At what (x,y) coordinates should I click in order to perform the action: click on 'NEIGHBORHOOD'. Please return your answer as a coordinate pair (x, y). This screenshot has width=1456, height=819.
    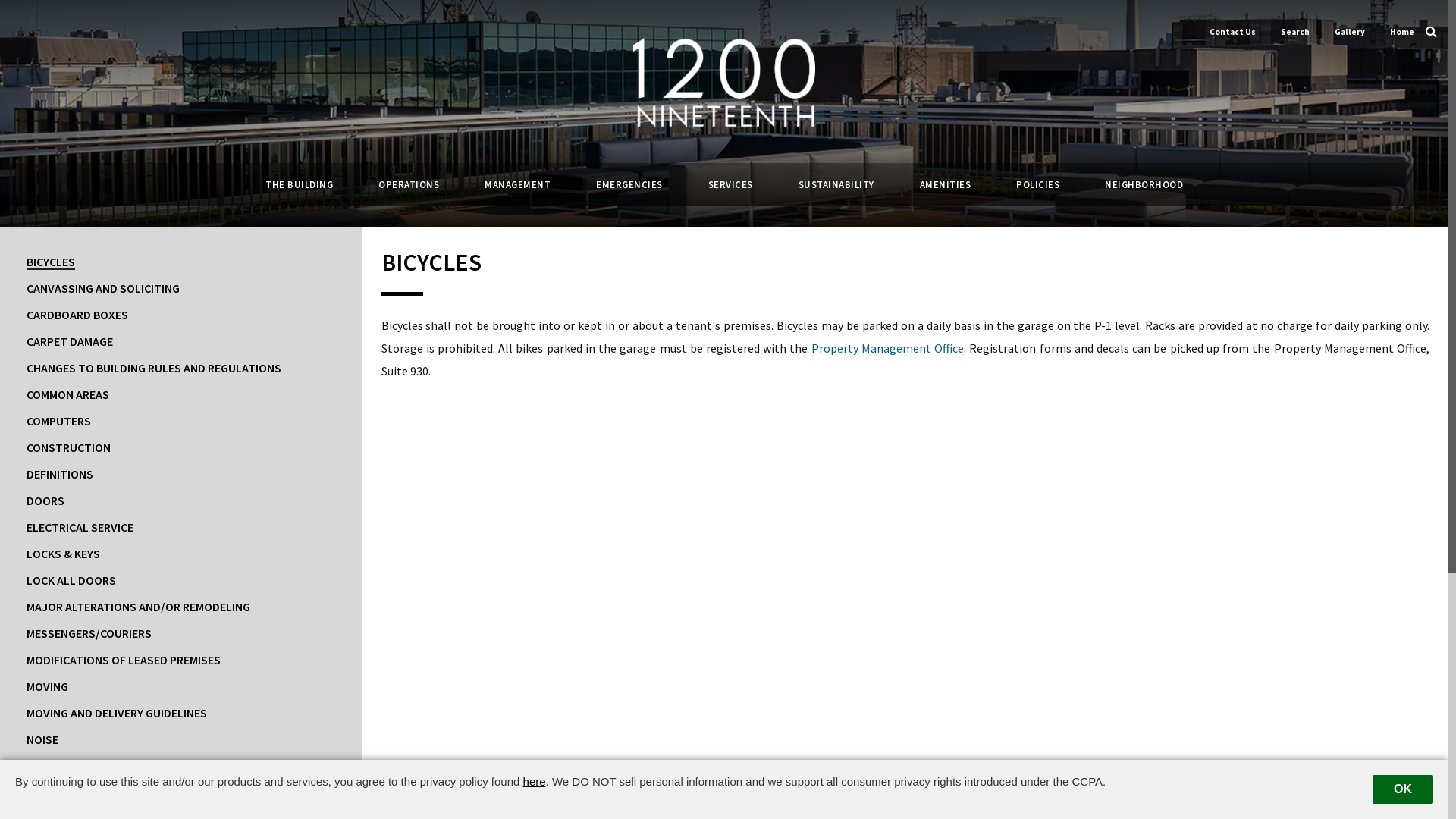
    Looking at the image, I should click on (1144, 184).